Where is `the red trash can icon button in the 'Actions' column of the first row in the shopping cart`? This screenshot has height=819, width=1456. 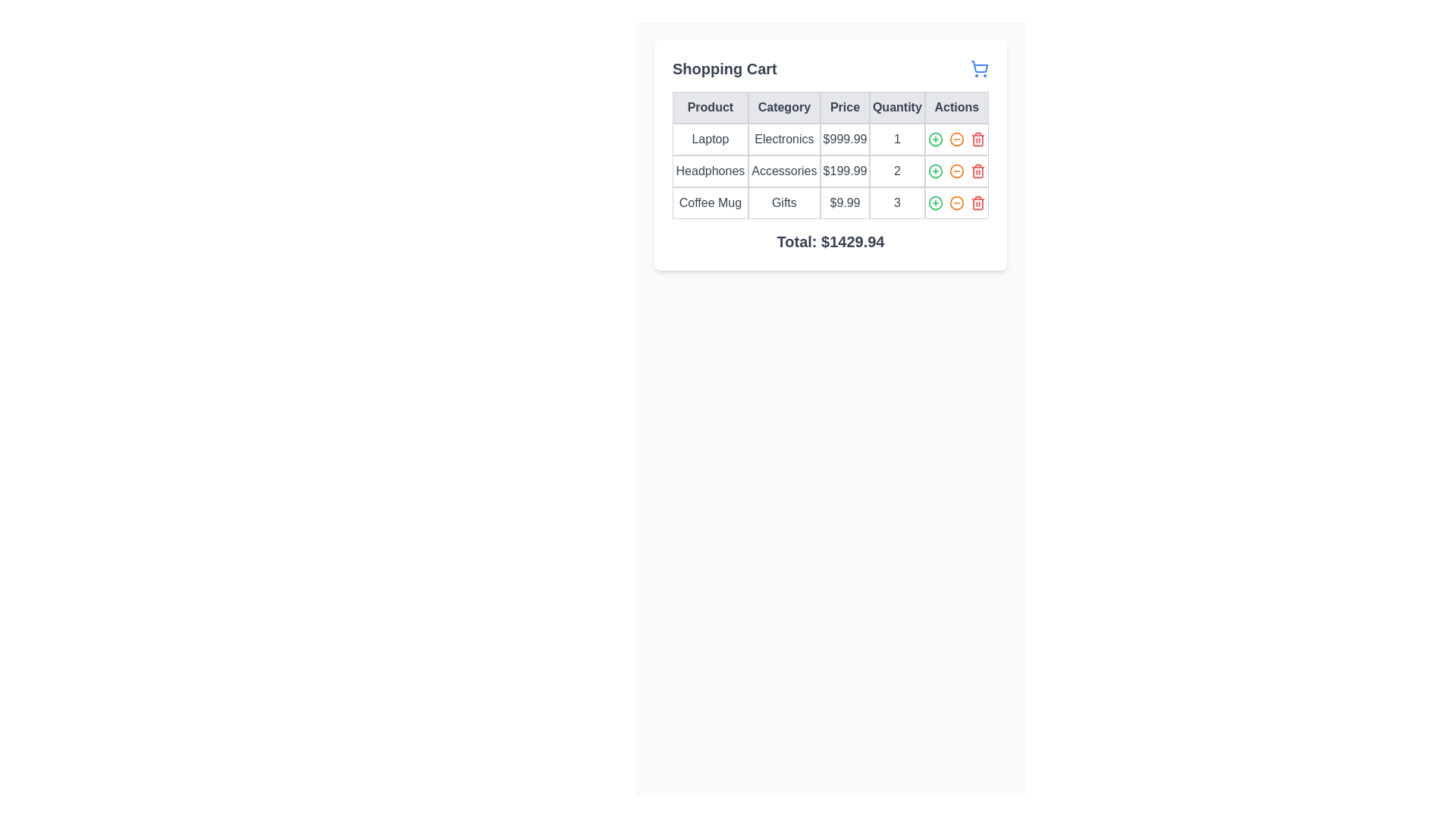
the red trash can icon button in the 'Actions' column of the first row in the shopping cart is located at coordinates (977, 140).